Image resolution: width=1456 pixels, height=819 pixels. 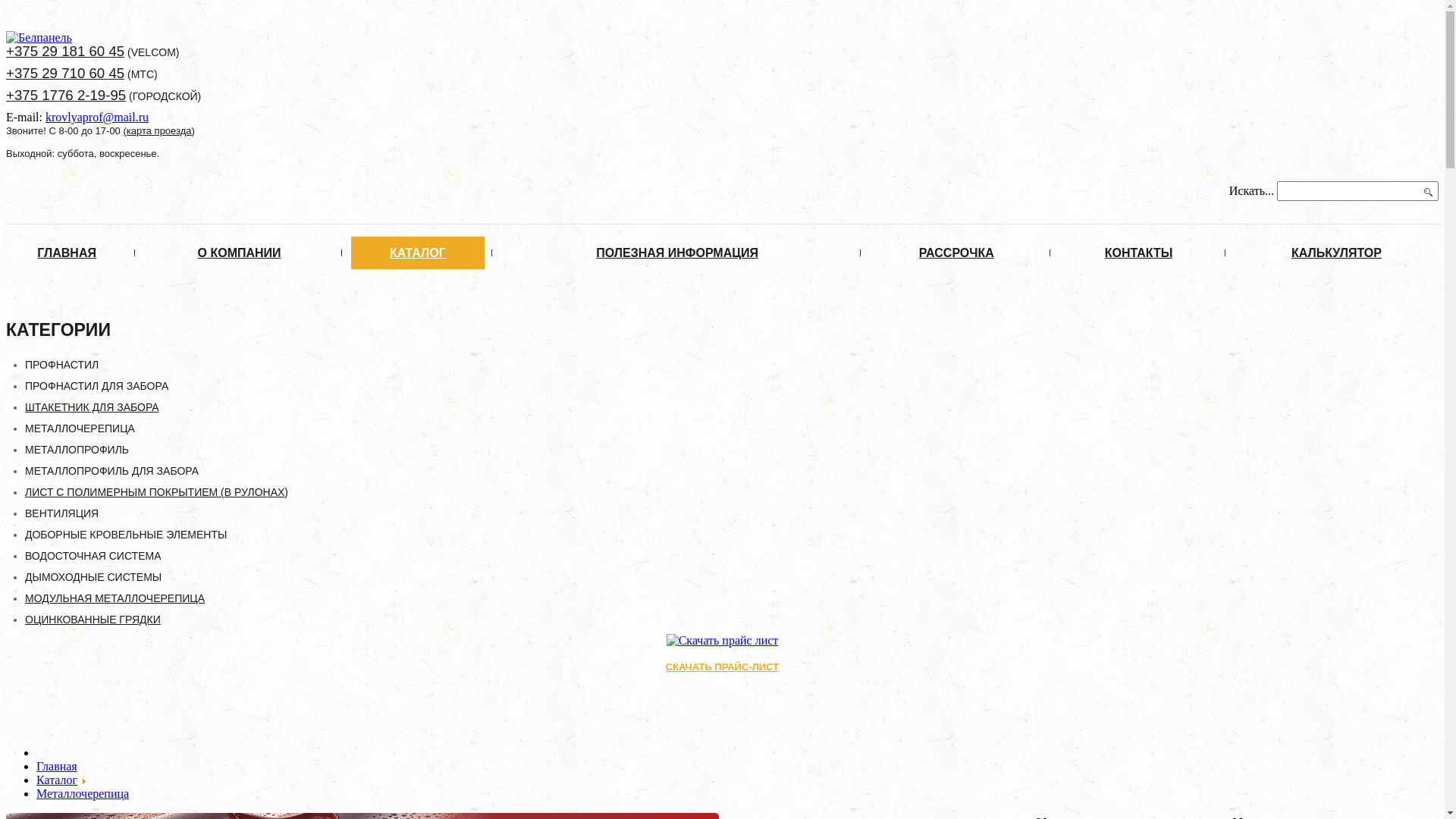 What do you see at coordinates (6, 73) in the screenshot?
I see `'+375 29 710 60 45'` at bounding box center [6, 73].